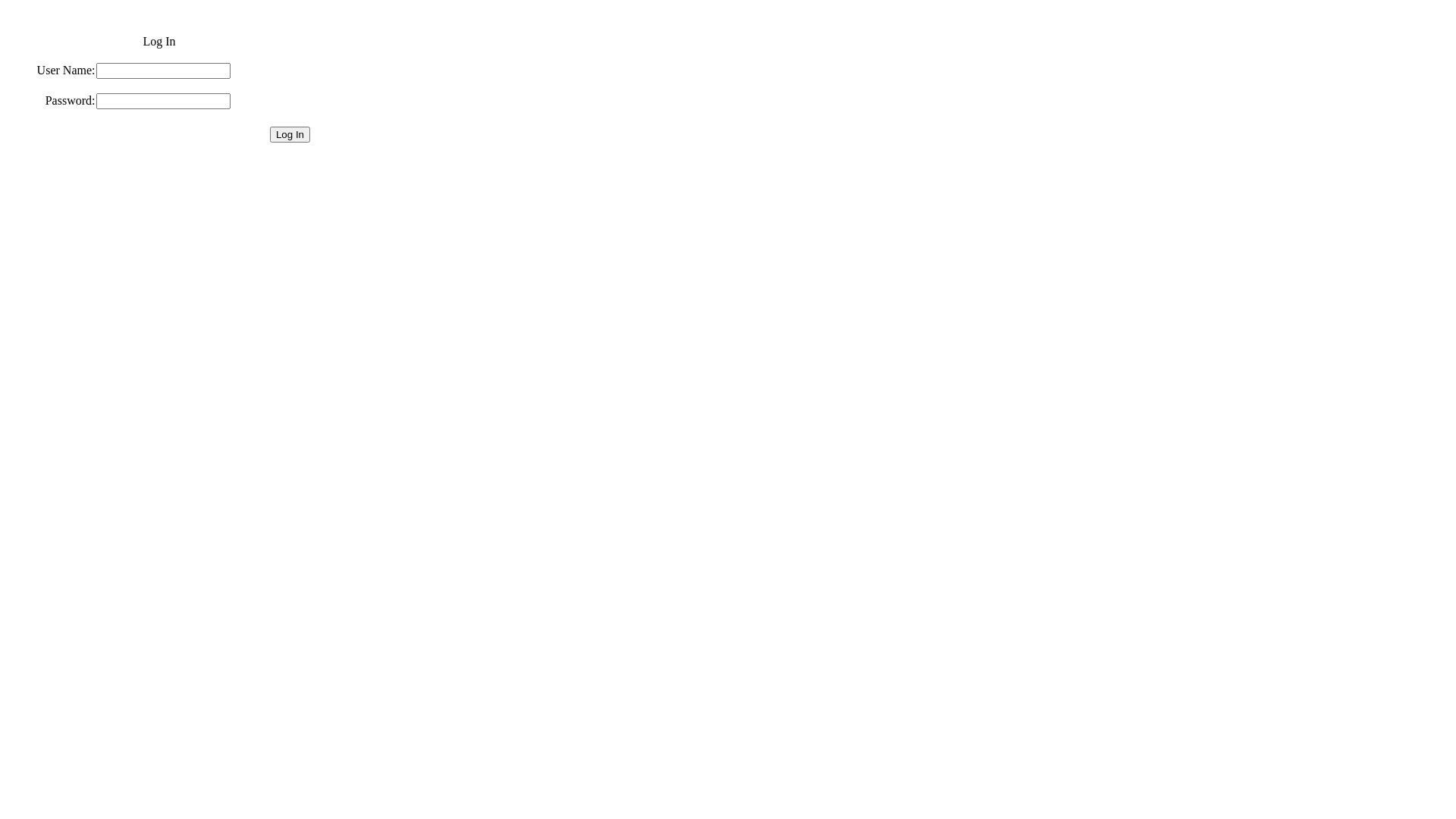 The image size is (1456, 819). Describe the element at coordinates (290, 133) in the screenshot. I see `'Log In'` at that location.